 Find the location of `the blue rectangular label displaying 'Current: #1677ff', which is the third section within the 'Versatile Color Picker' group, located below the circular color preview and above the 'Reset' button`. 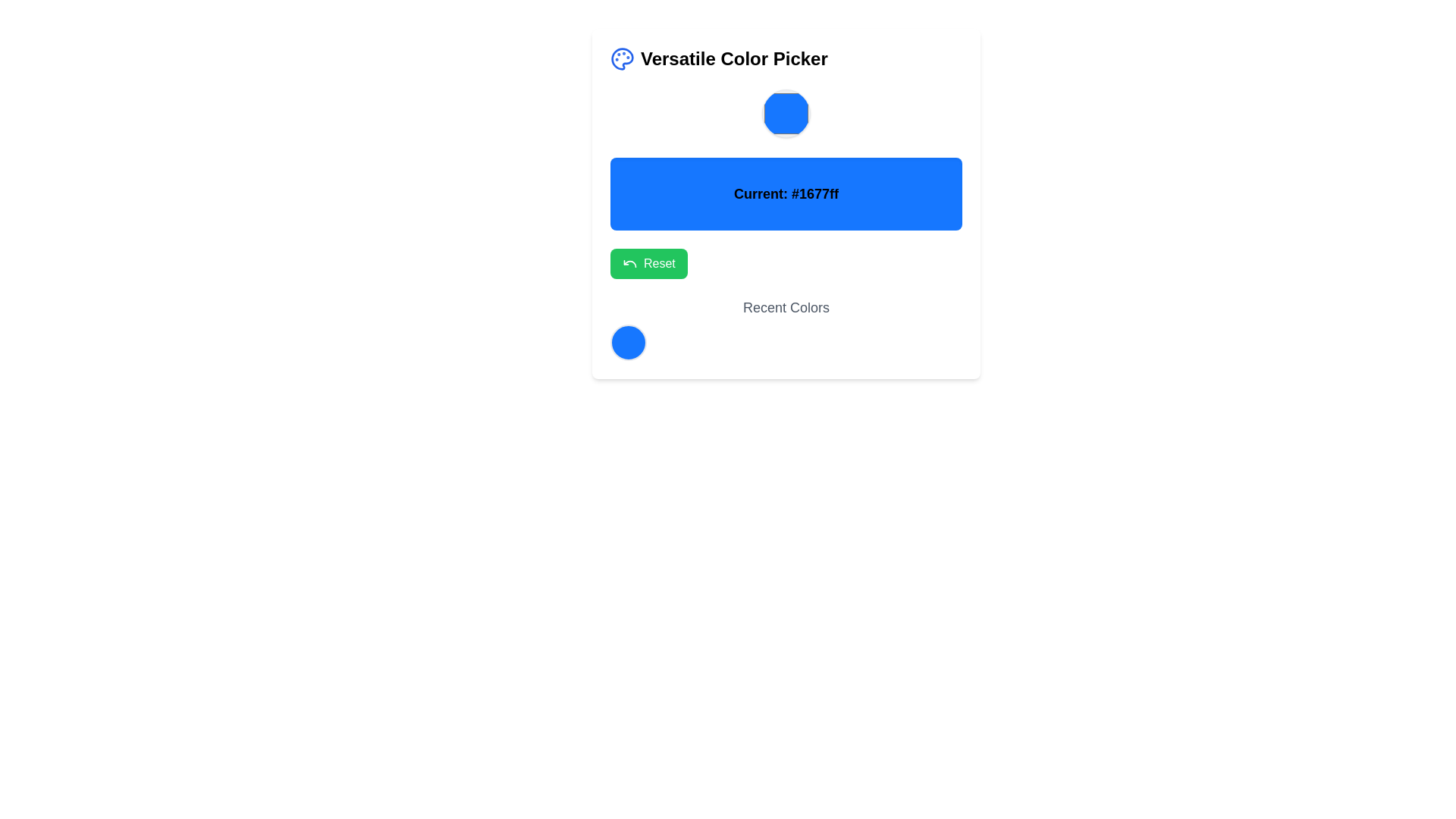

the blue rectangular label displaying 'Current: #1677ff', which is the third section within the 'Versatile Color Picker' group, located below the circular color preview and above the 'Reset' button is located at coordinates (786, 203).